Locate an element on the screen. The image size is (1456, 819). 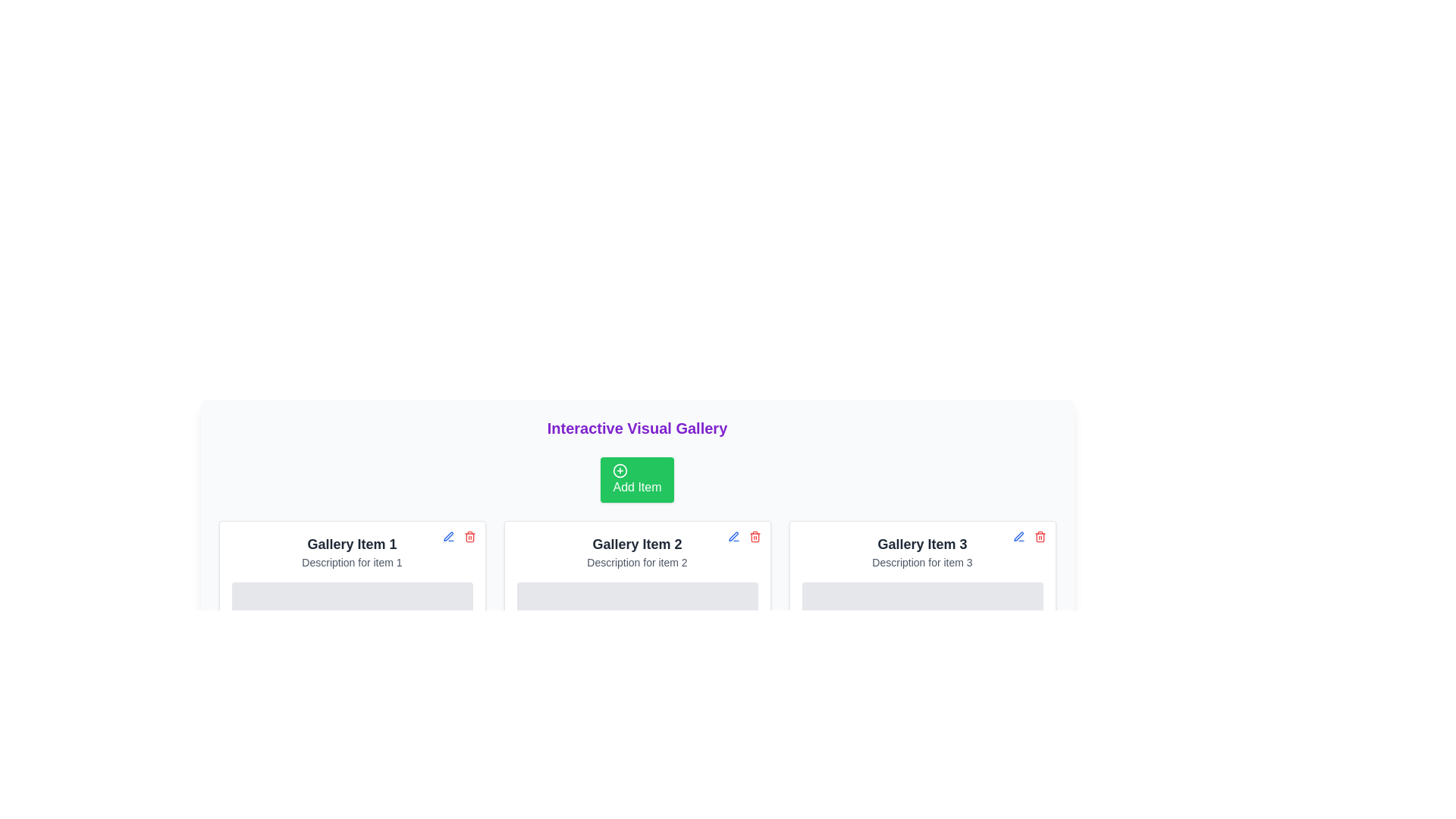
the delete icon located at the top-right corner of the card representing 'Gallery Item 2' to initiate the deletion process is located at coordinates (755, 536).